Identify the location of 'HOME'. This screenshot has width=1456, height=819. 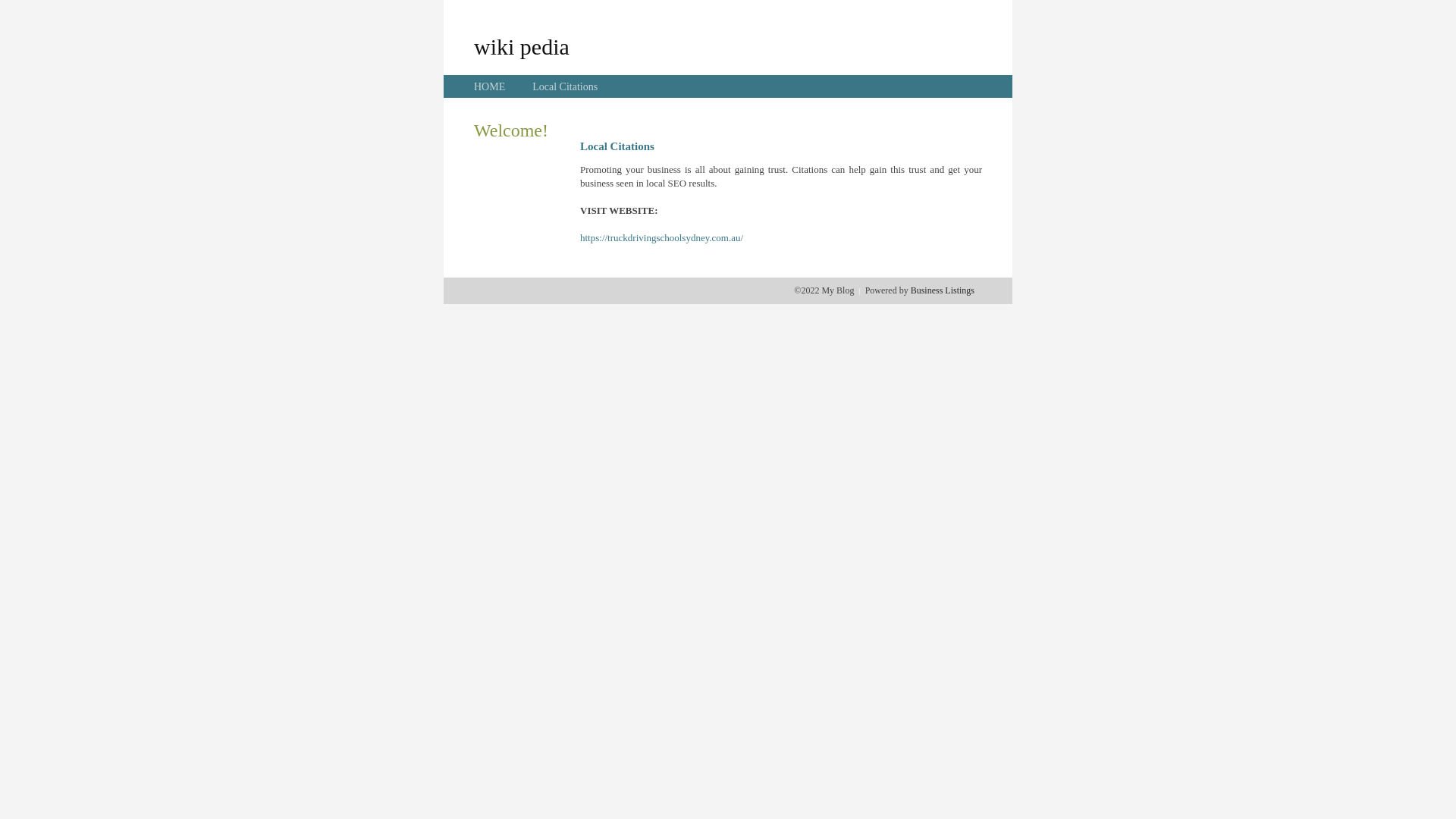
(489, 86).